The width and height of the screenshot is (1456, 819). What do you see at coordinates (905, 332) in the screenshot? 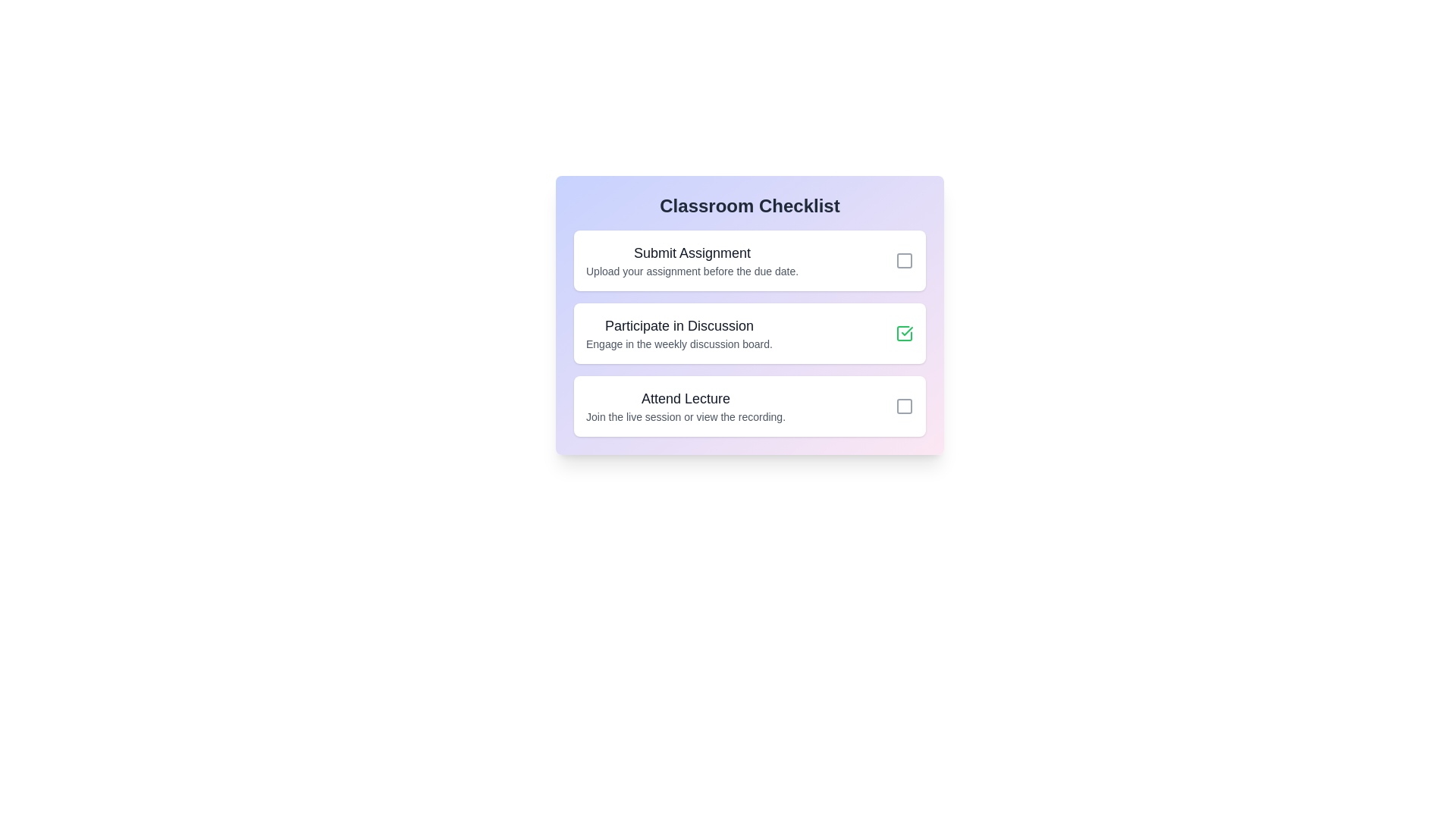
I see `the checkbox for the task 'Participate in Discussion'` at bounding box center [905, 332].